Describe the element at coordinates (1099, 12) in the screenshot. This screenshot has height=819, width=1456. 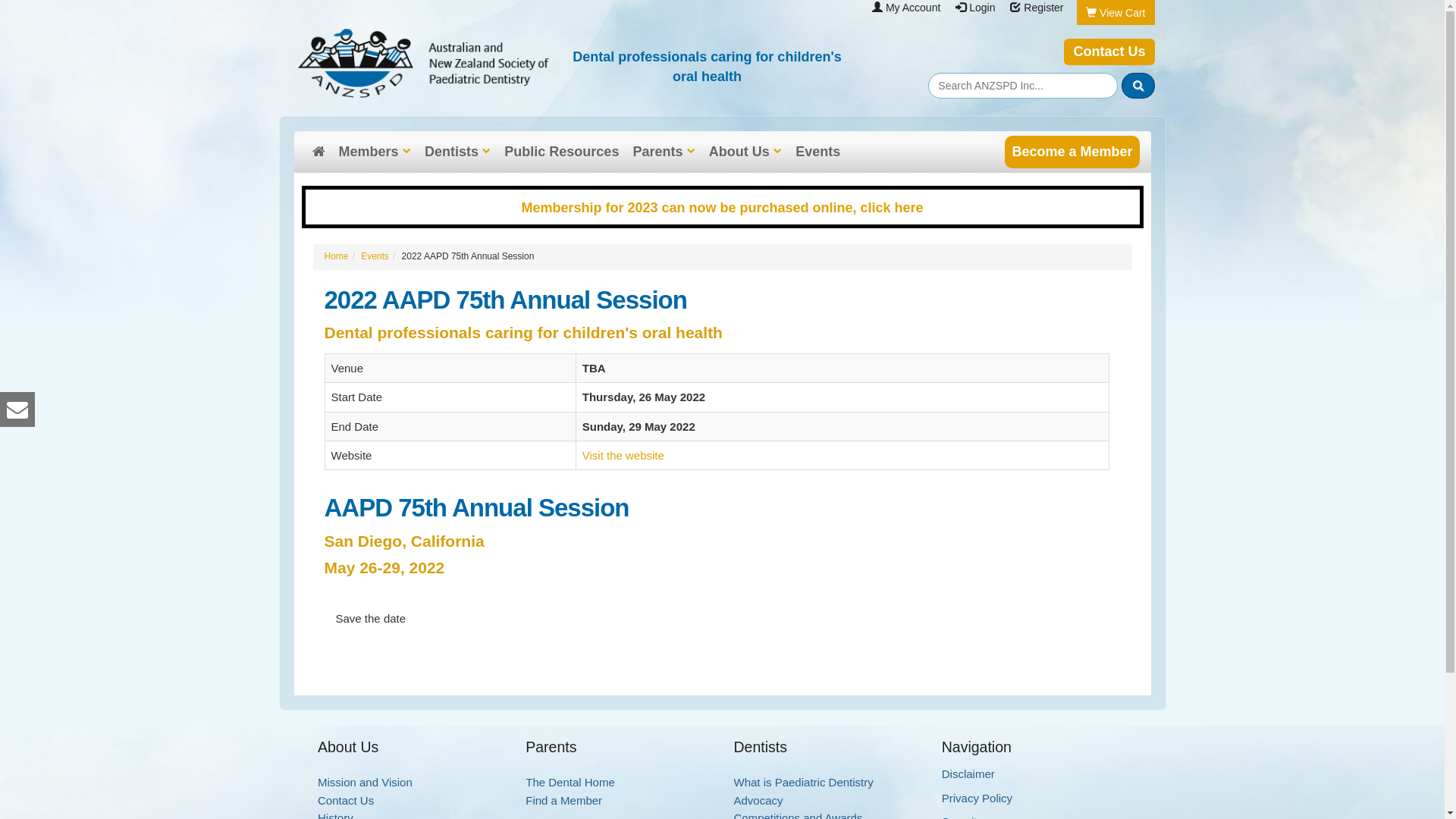
I see `'View Cart'` at that location.